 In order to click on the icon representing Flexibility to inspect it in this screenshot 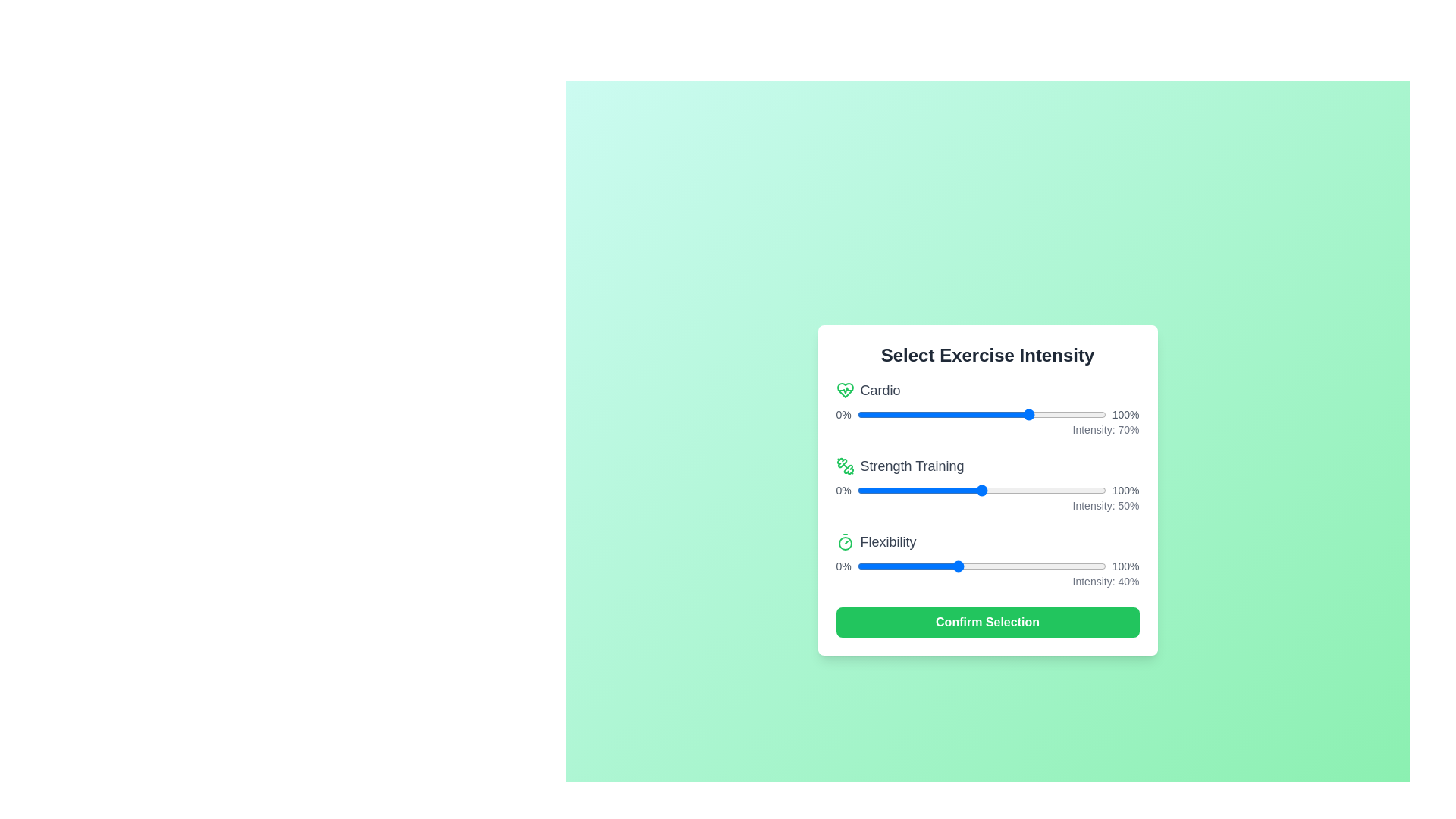, I will do `click(844, 541)`.